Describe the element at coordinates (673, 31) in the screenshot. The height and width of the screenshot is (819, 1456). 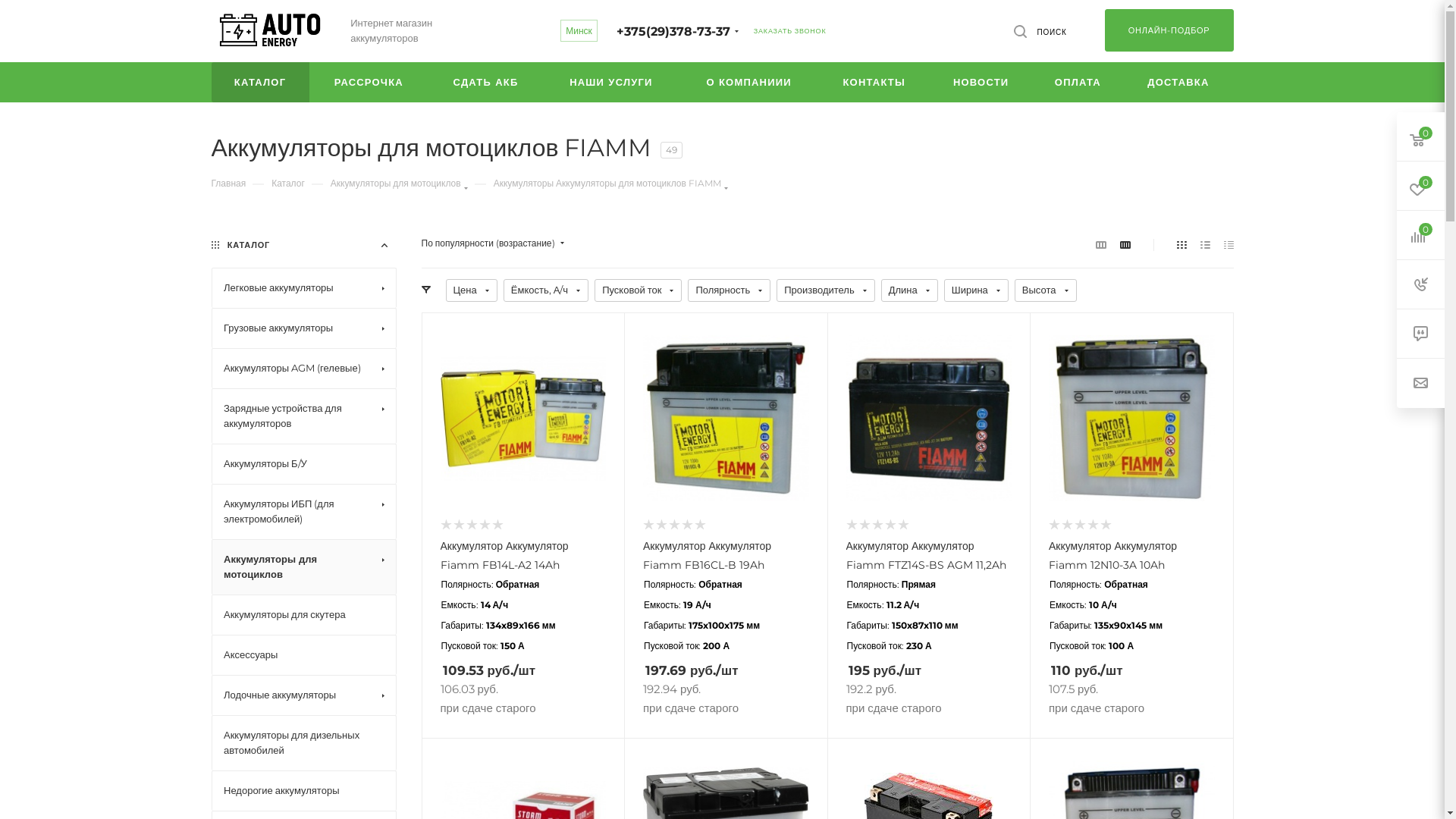
I see `'+375(29)378-73-37'` at that location.